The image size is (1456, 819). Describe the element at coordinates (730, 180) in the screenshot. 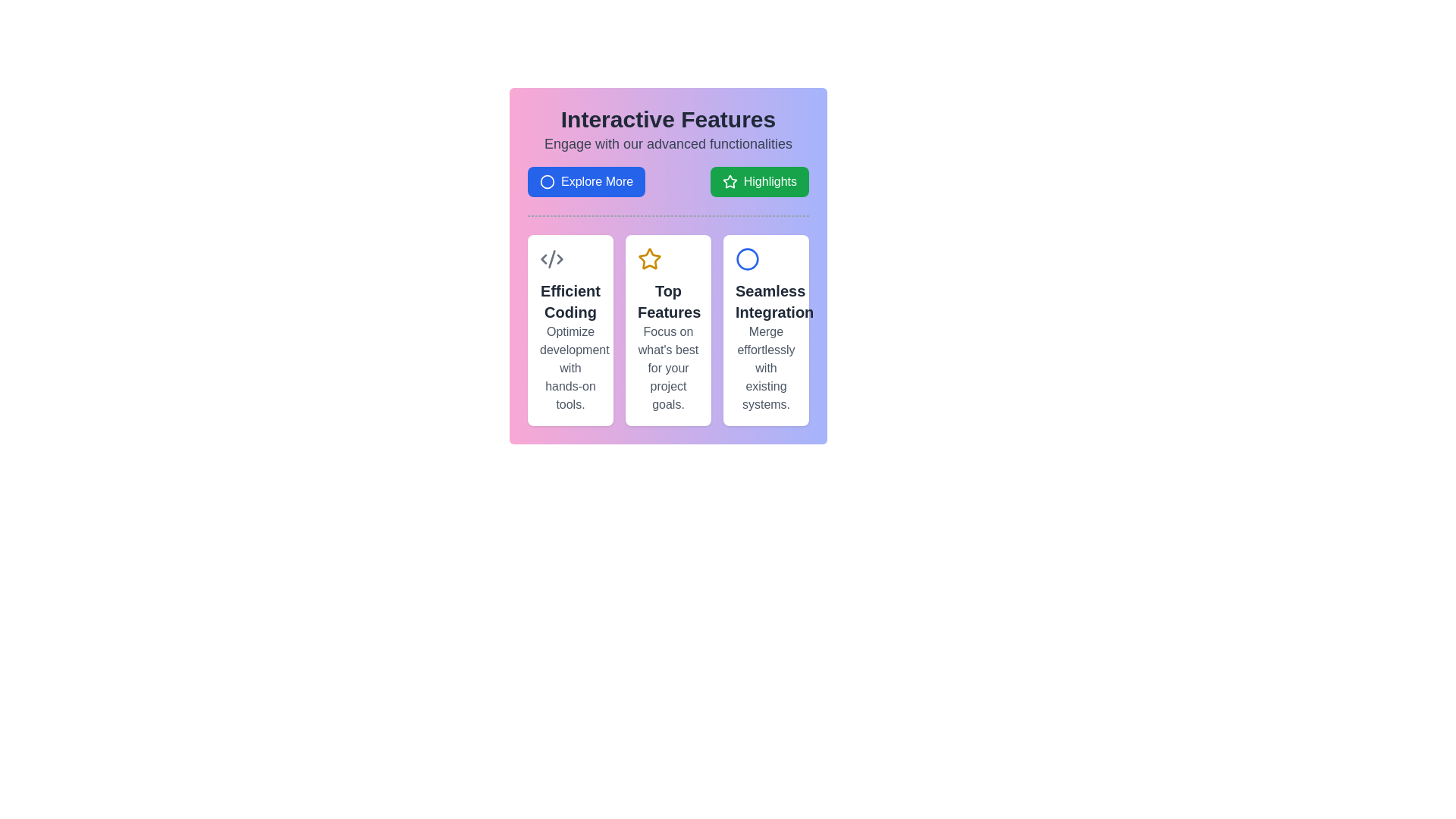

I see `the star-shaped icon used for marking items as favorites, located in the 'Top Features' card above the text 'Top Features'` at that location.